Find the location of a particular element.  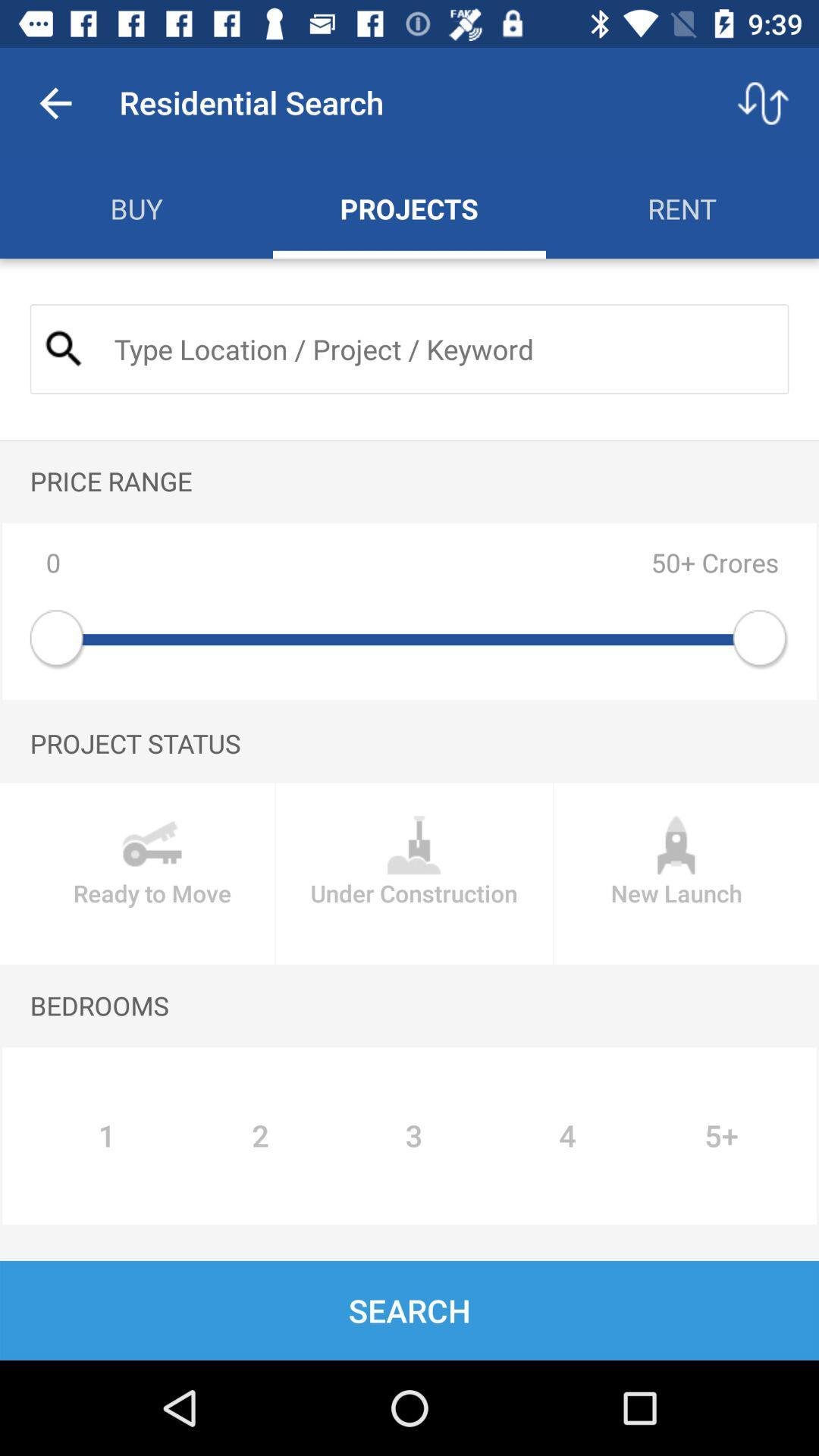

the icon to the left of 2 icon is located at coordinates (106, 1136).